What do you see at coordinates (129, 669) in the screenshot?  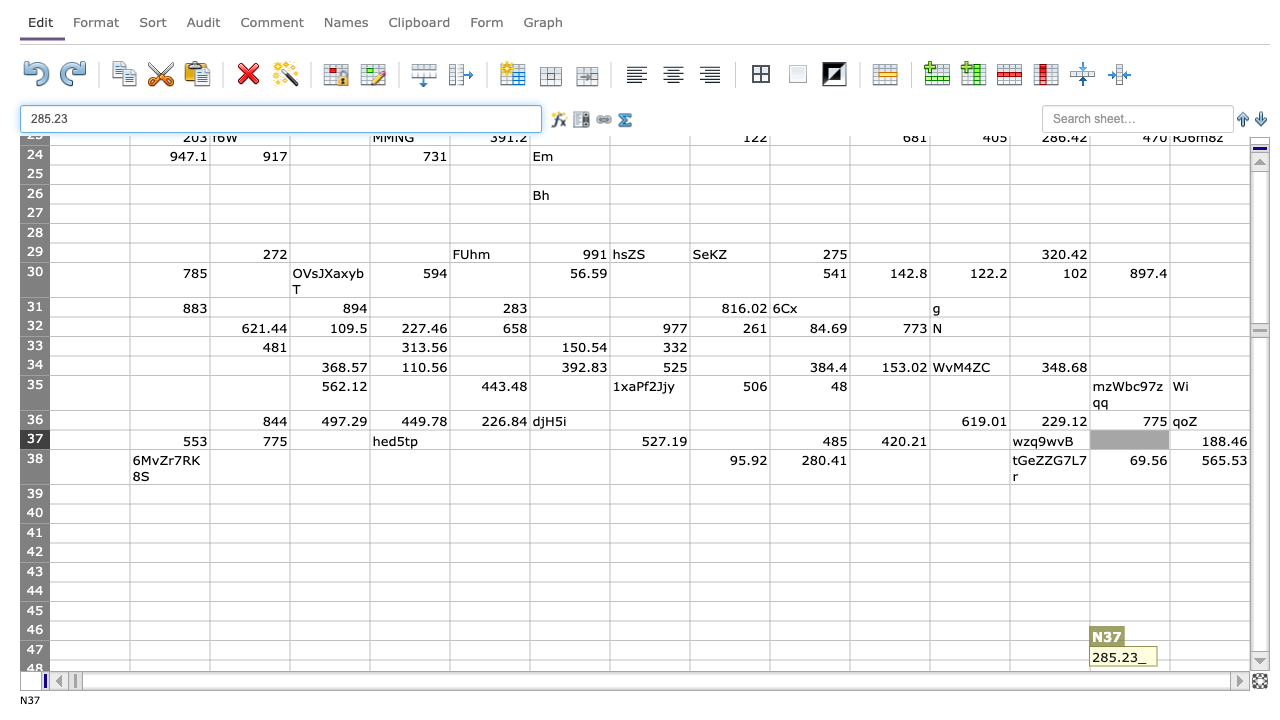 I see `Left border of cell B-48` at bounding box center [129, 669].